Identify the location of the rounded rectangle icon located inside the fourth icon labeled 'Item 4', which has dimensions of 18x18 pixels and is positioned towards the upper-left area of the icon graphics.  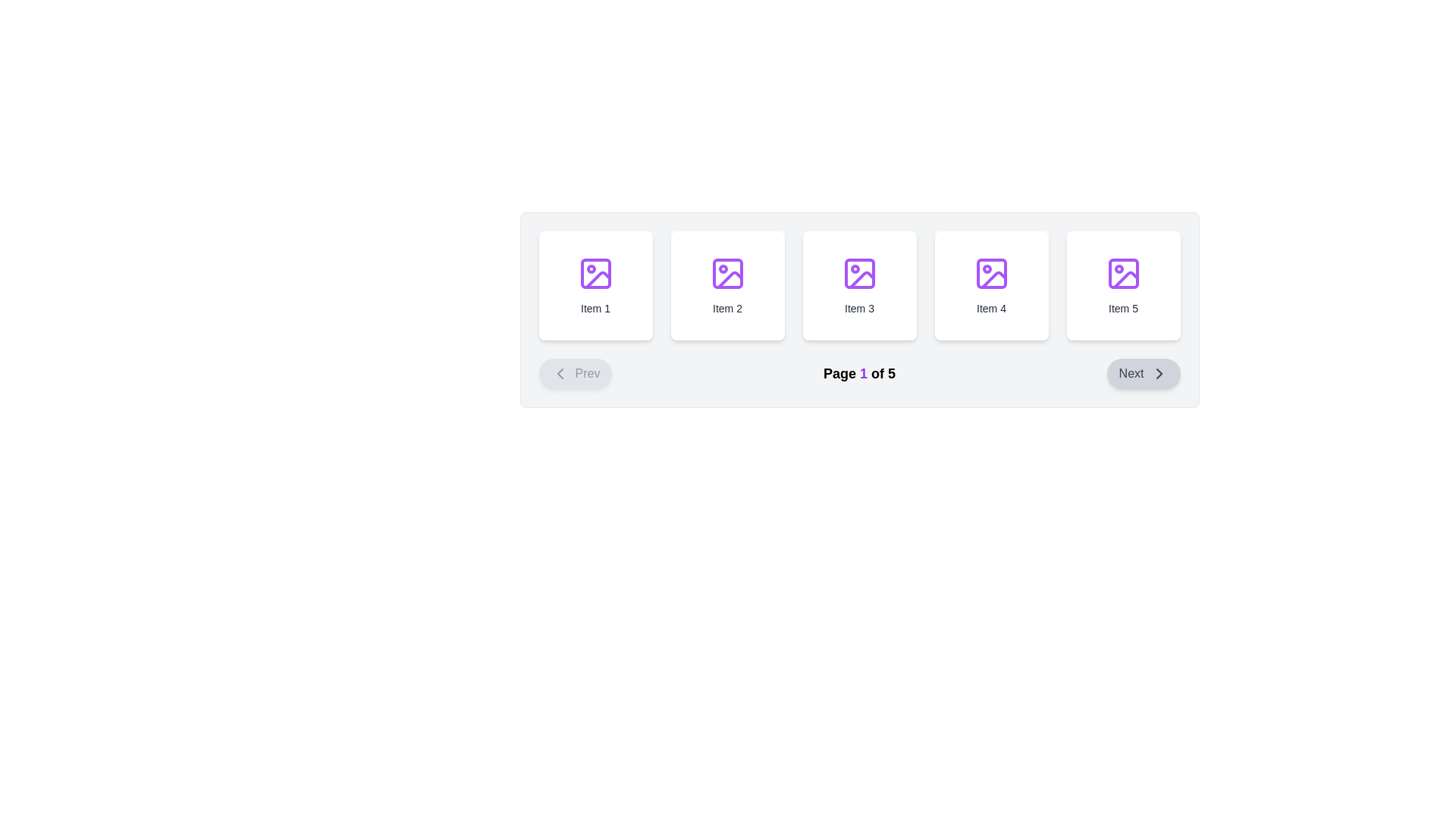
(991, 274).